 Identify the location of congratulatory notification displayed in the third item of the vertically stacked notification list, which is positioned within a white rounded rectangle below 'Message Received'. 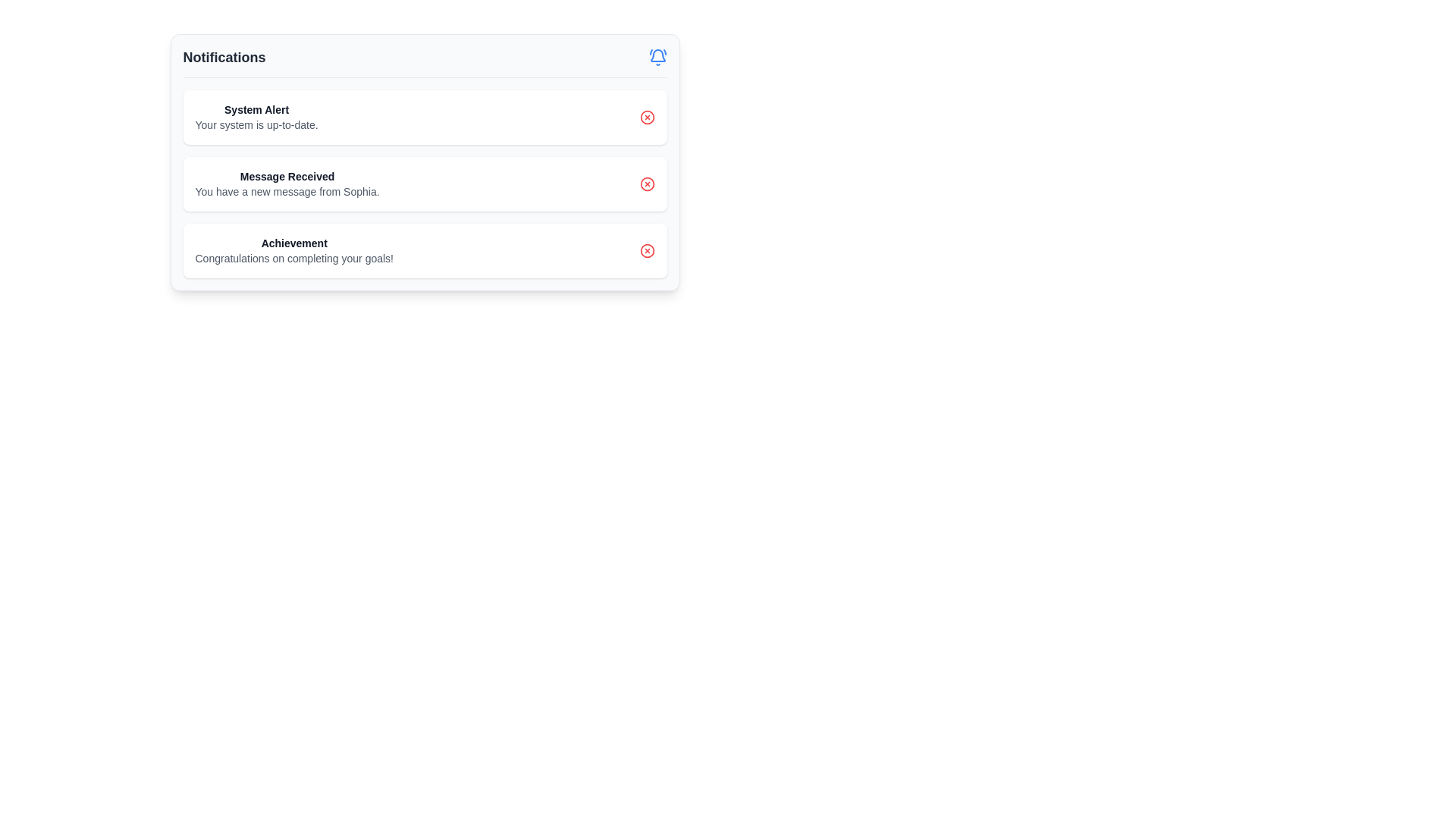
(294, 250).